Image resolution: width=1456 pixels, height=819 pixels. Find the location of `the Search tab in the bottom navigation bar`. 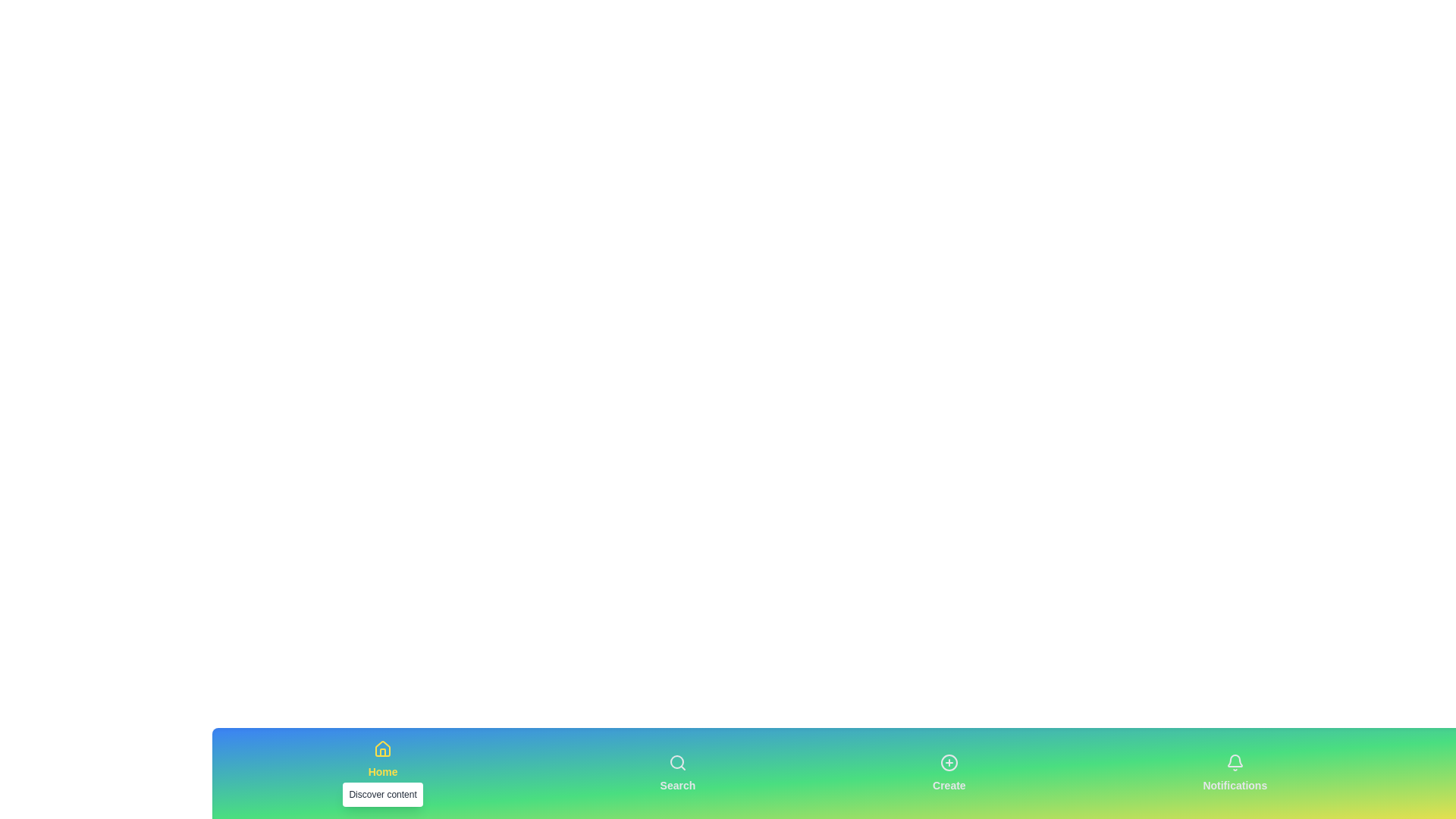

the Search tab in the bottom navigation bar is located at coordinates (676, 773).